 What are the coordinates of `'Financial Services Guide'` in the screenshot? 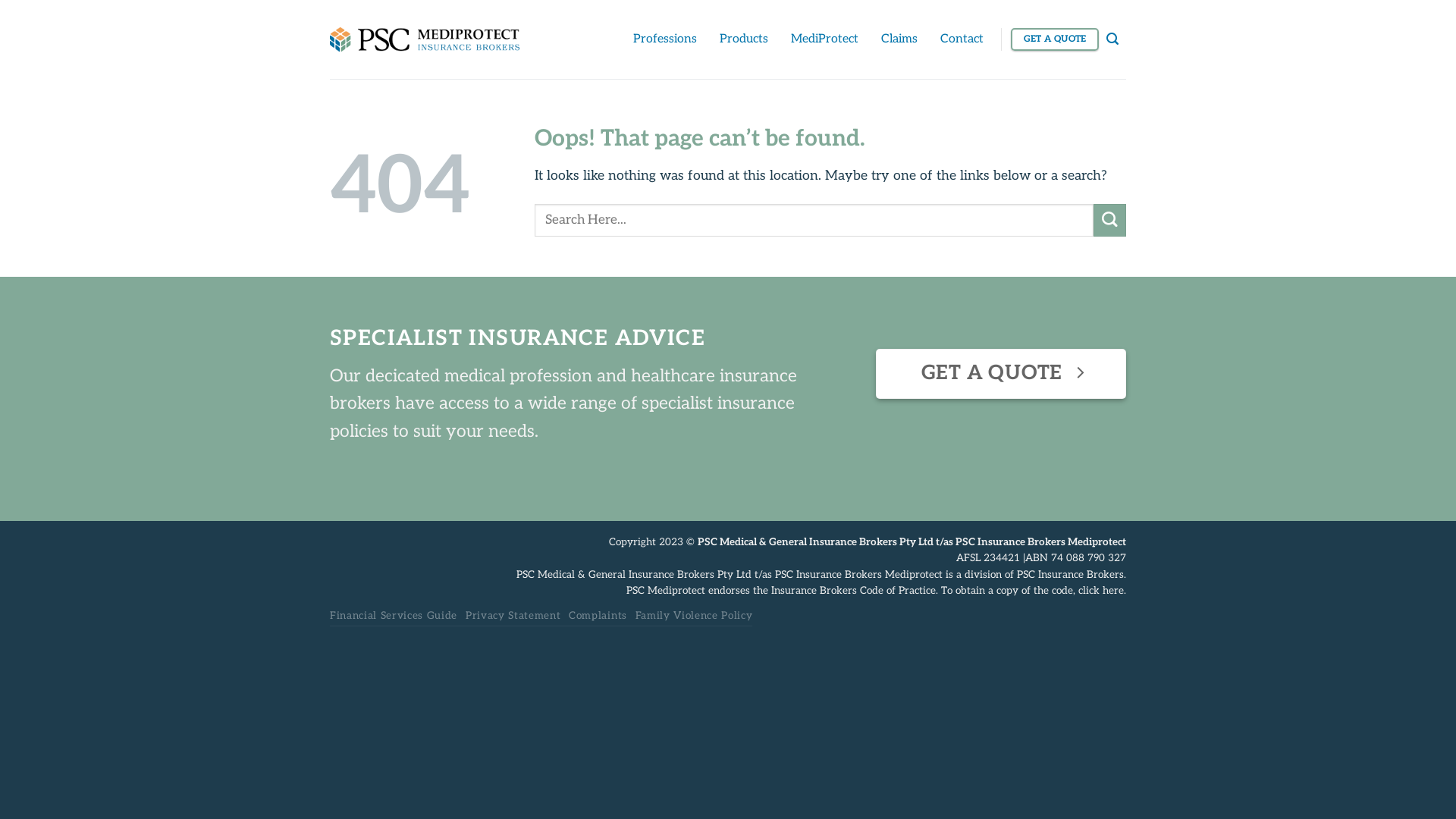 It's located at (393, 616).